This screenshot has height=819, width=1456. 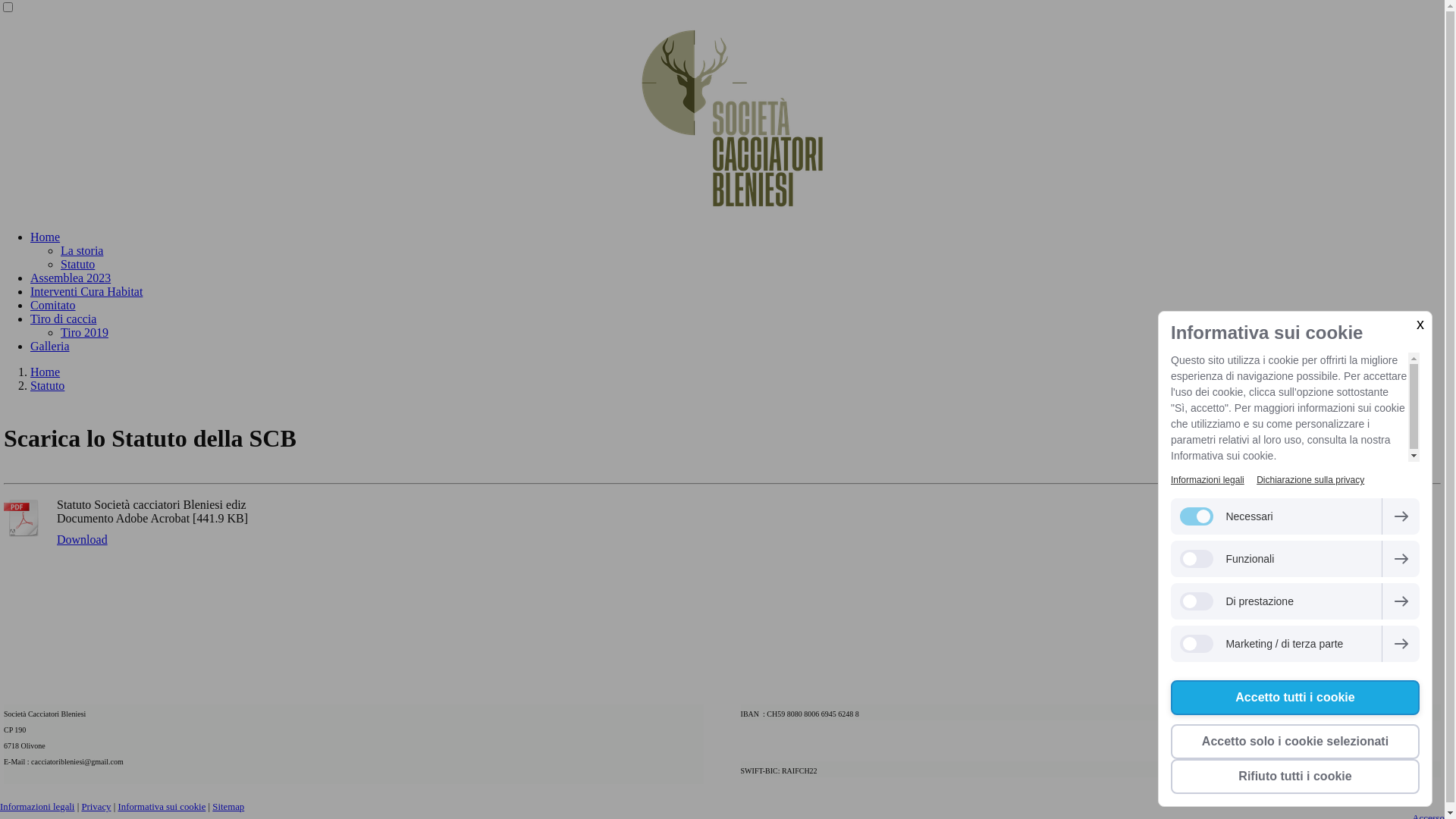 I want to click on 'Rifiuto tutti i cookie', so click(x=1294, y=776).